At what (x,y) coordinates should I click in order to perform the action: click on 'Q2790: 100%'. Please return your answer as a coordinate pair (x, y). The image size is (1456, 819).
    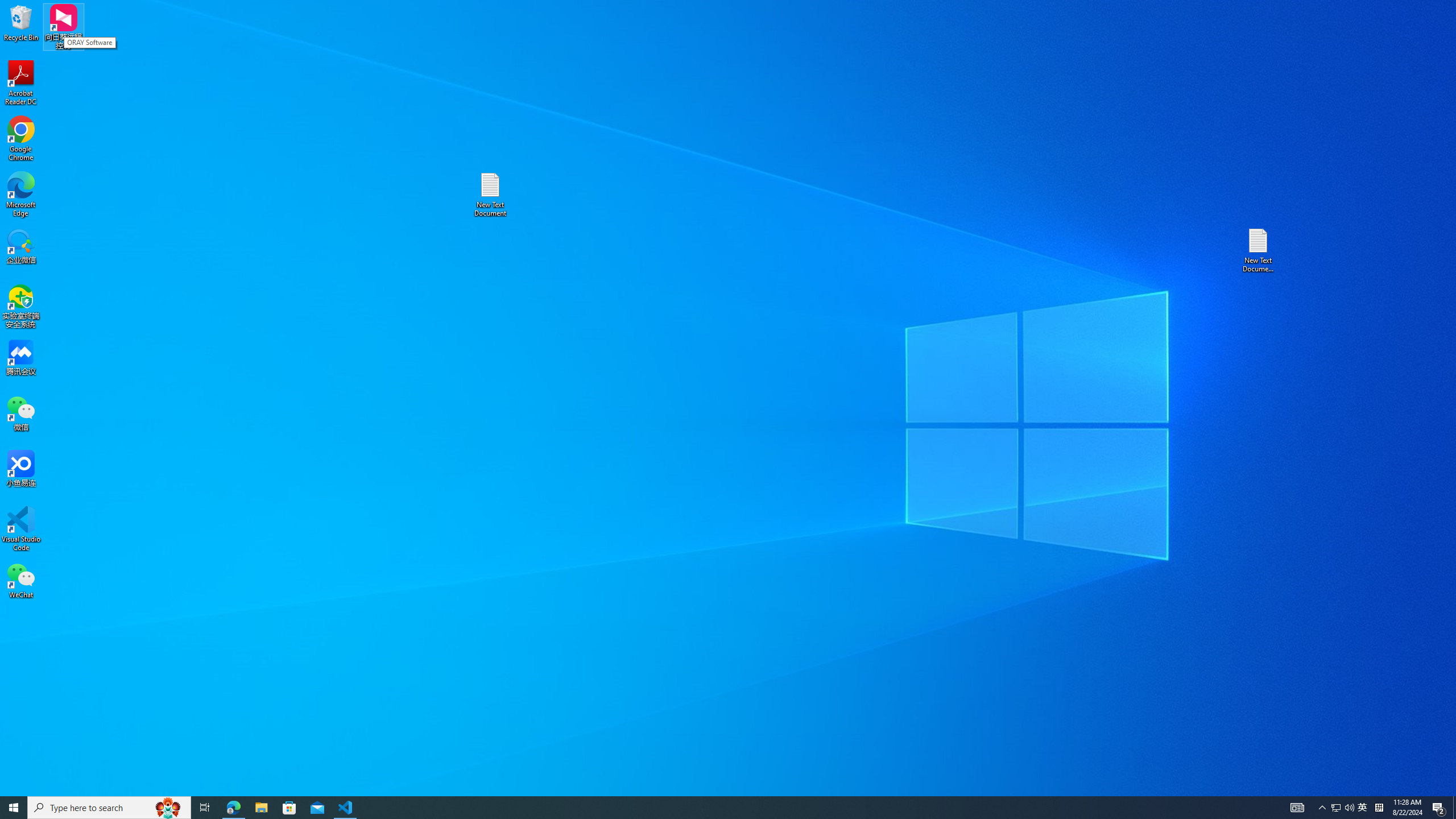
    Looking at the image, I should click on (1349, 806).